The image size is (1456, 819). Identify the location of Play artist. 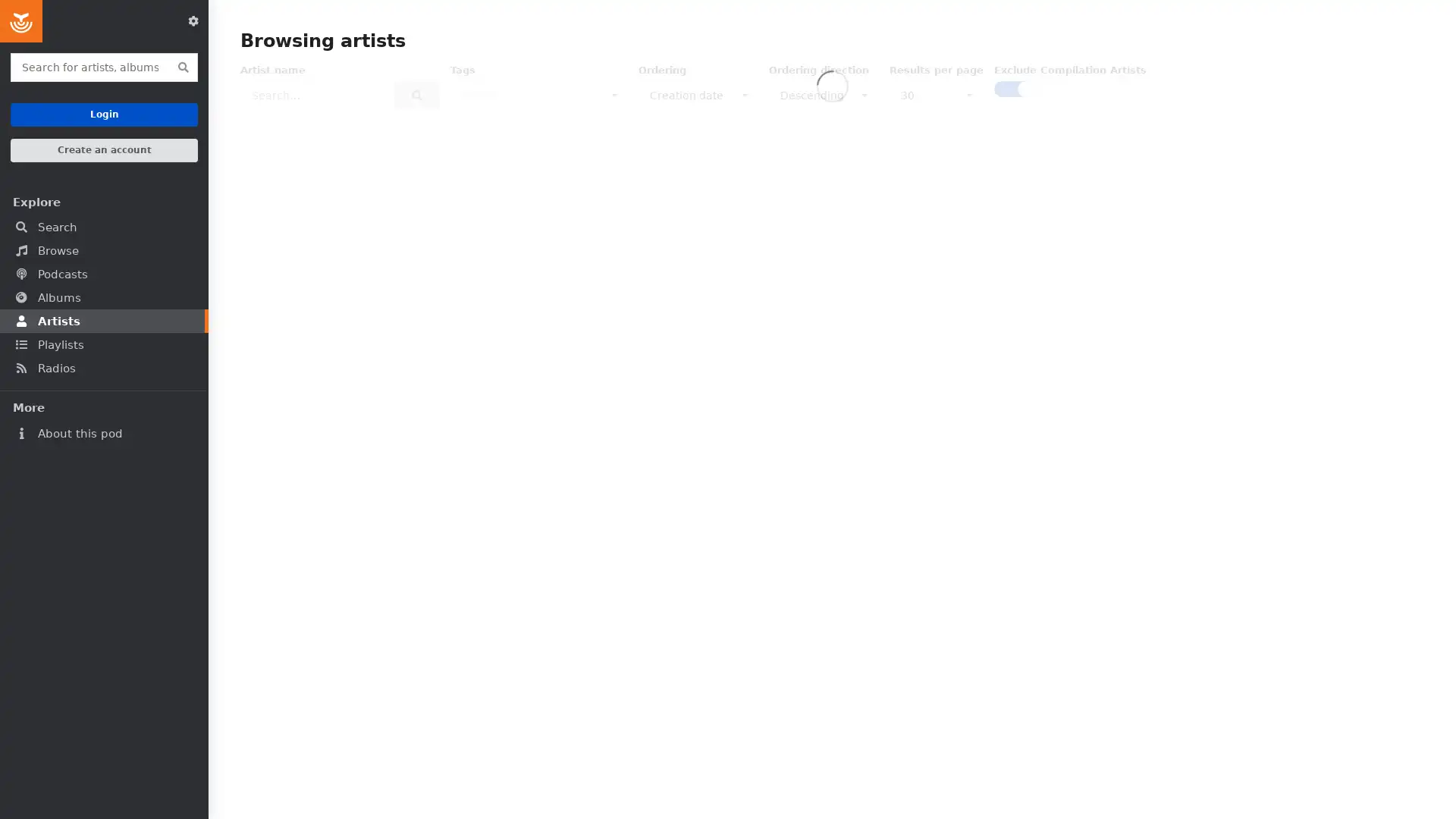
(1189, 785).